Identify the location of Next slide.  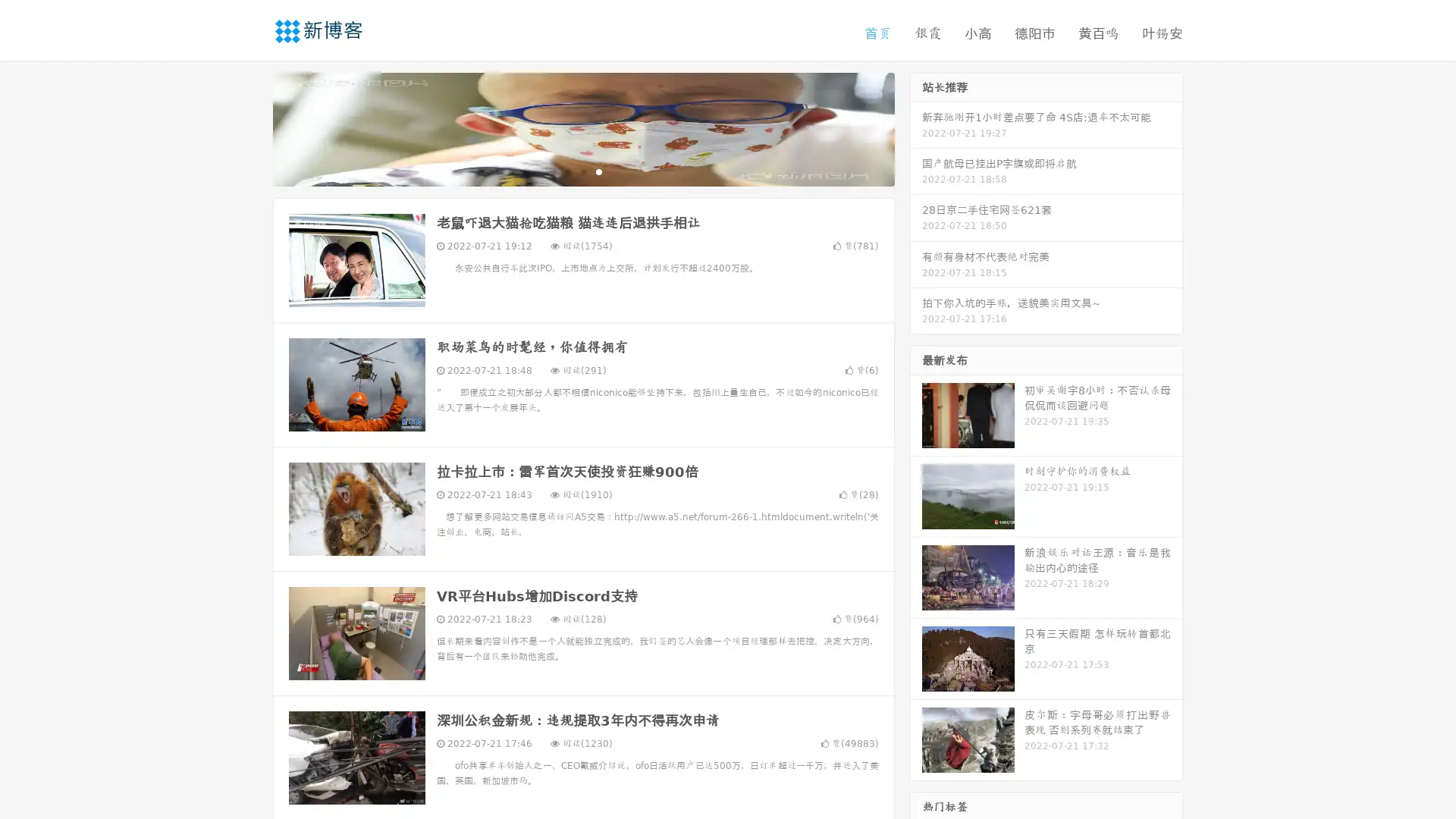
(916, 127).